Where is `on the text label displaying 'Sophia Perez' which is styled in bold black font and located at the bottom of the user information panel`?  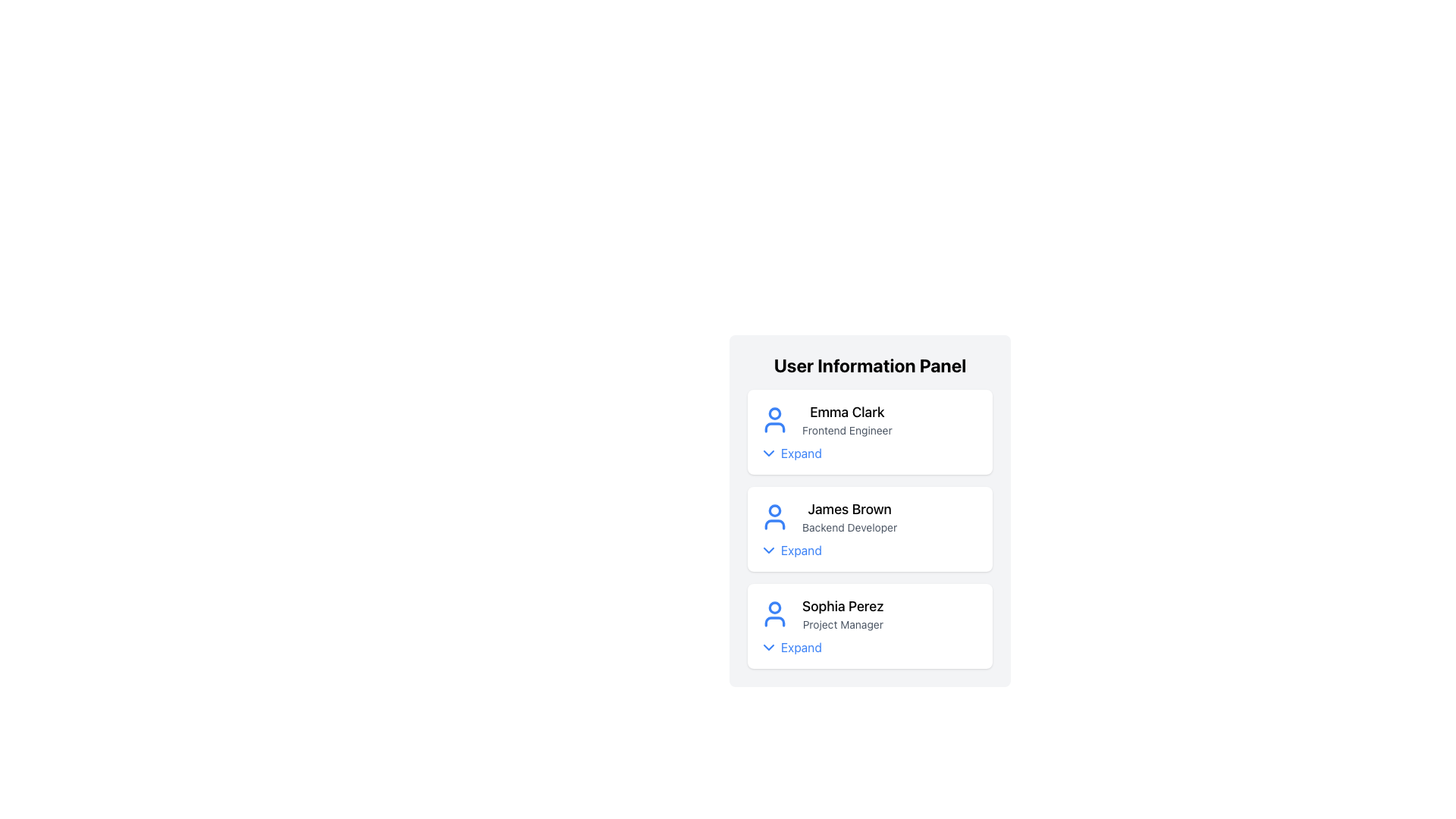 on the text label displaying 'Sophia Perez' which is styled in bold black font and located at the bottom of the user information panel is located at coordinates (842, 605).